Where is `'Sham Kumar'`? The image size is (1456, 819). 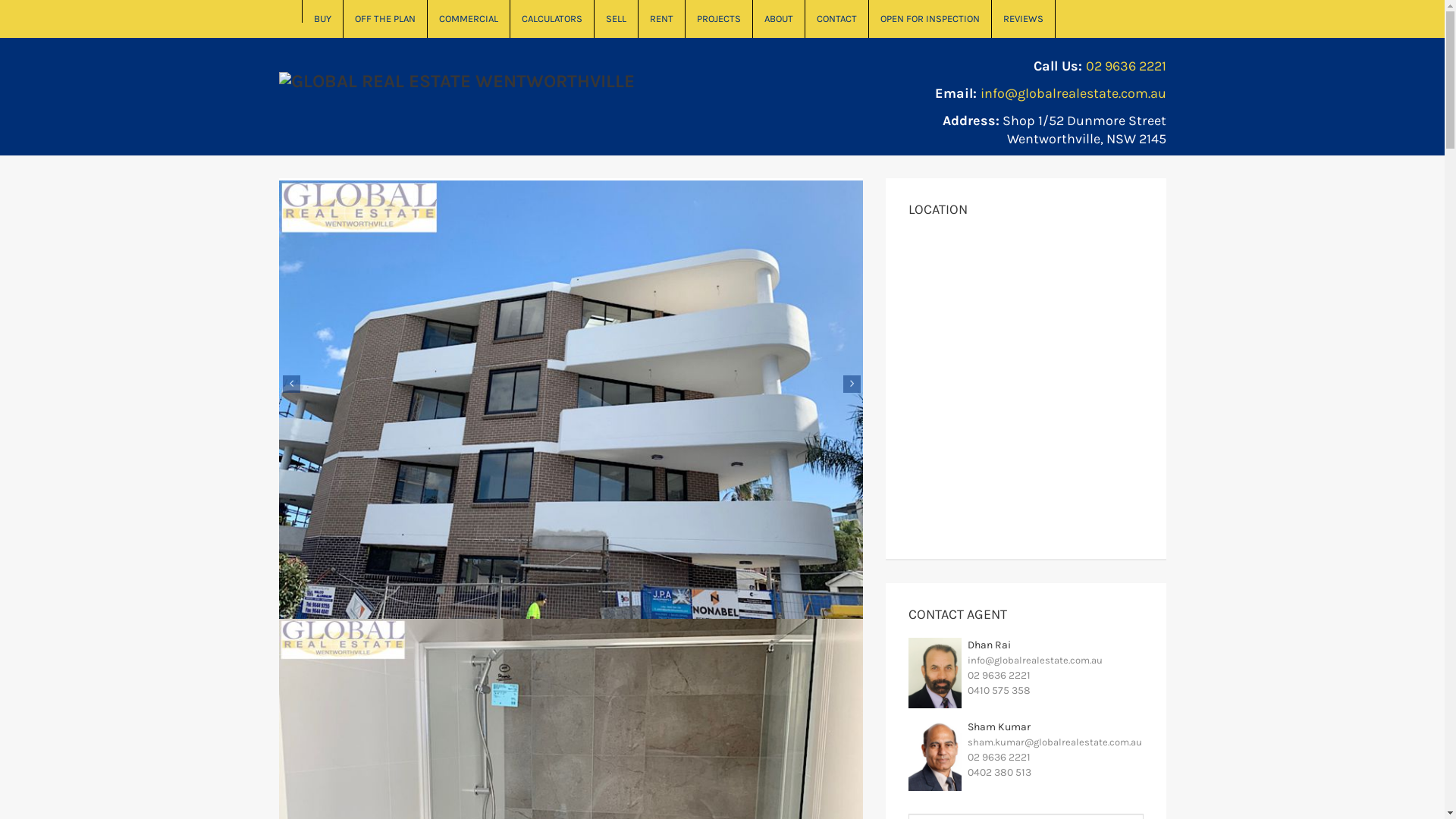 'Sham Kumar' is located at coordinates (999, 726).